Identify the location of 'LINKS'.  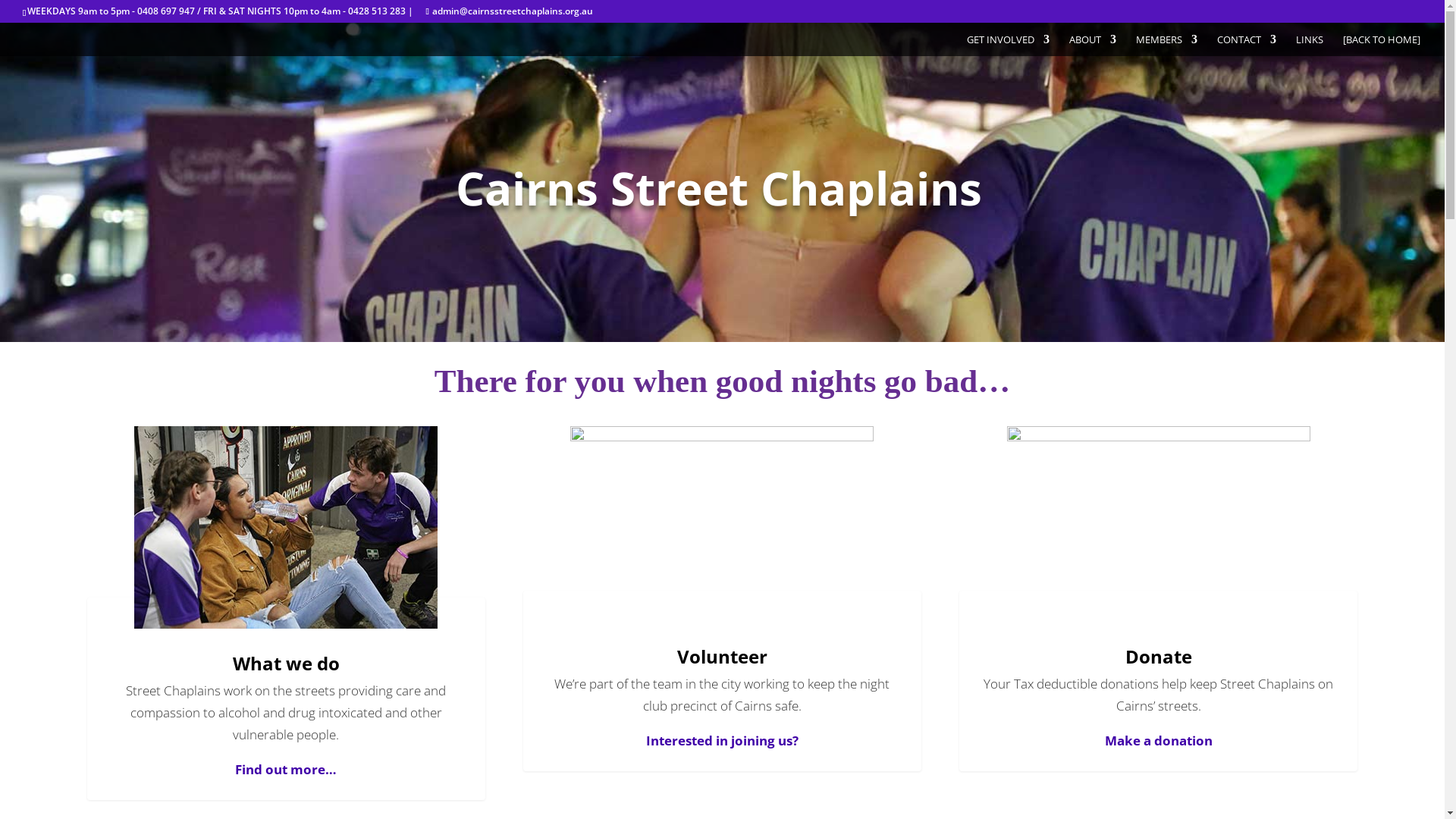
(1309, 44).